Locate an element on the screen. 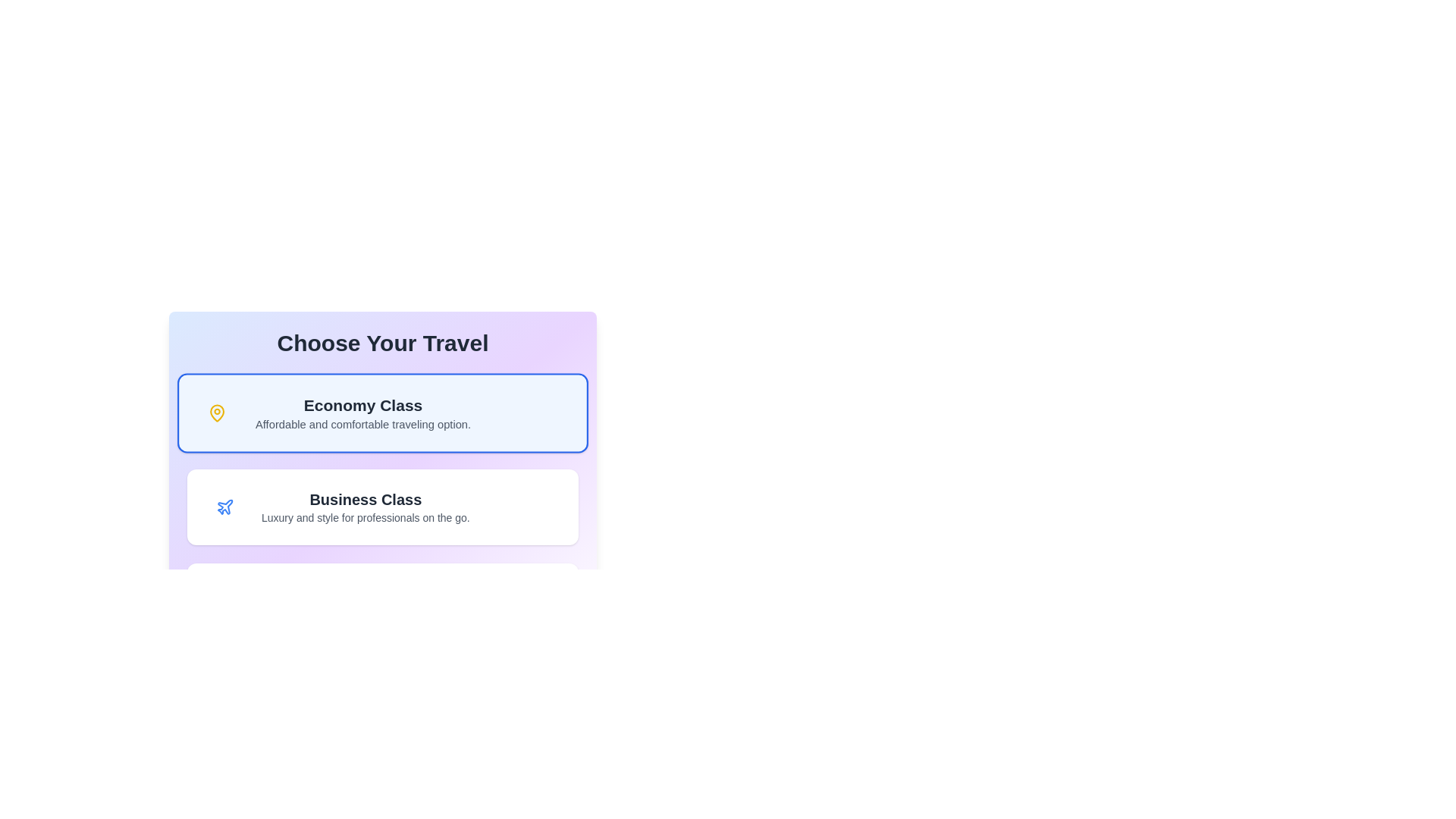  the decorative 'Economy Class' icon located on the left side of the section, next to the text 'Affordable and comfortable traveling option.' is located at coordinates (216, 413).